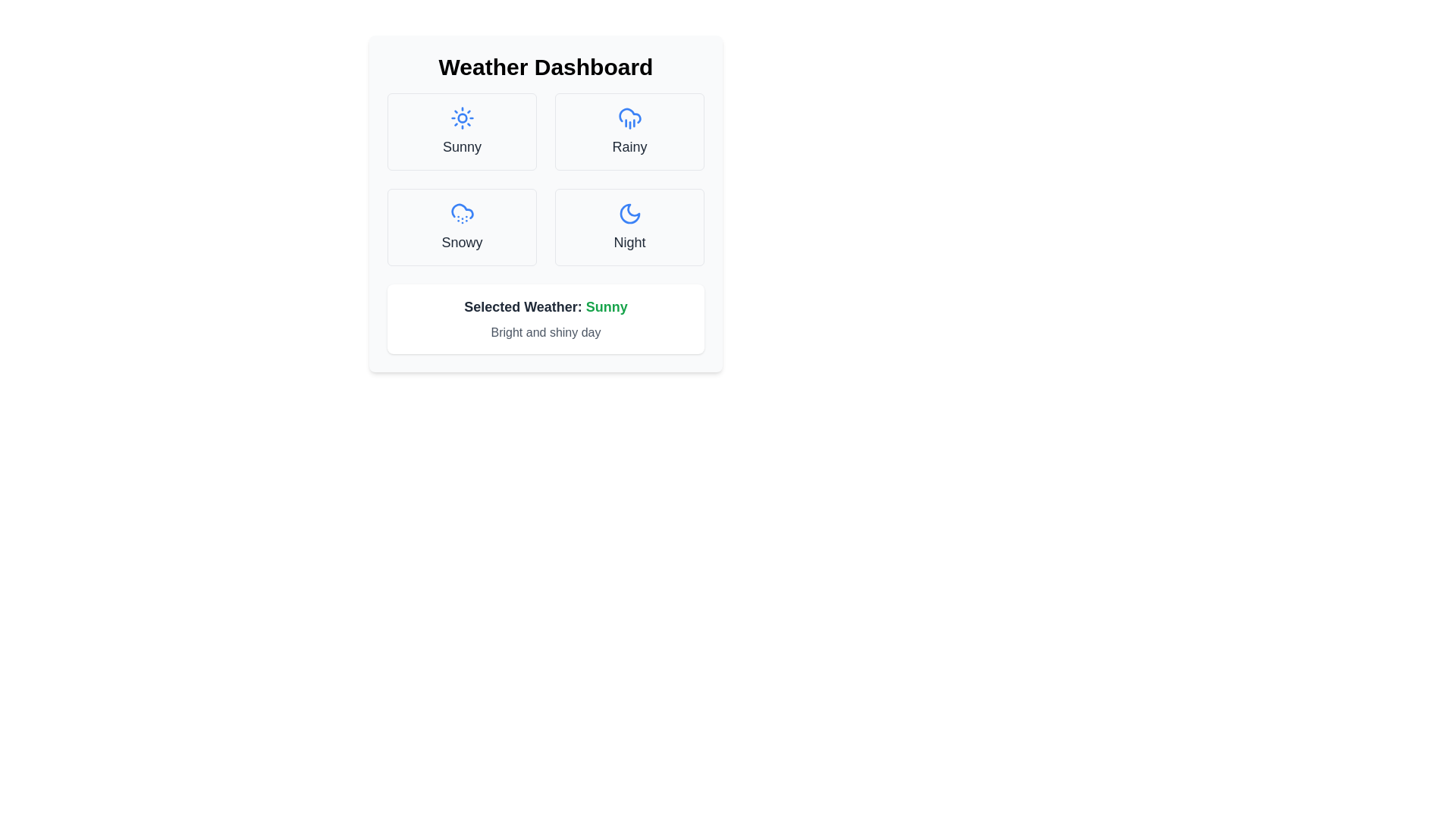 This screenshot has height=819, width=1456. What do you see at coordinates (546, 332) in the screenshot?
I see `the text element reading 'Bright and shiny day', which is styled in gray and located under the section titled 'Selected Weather: Sunny'` at bounding box center [546, 332].